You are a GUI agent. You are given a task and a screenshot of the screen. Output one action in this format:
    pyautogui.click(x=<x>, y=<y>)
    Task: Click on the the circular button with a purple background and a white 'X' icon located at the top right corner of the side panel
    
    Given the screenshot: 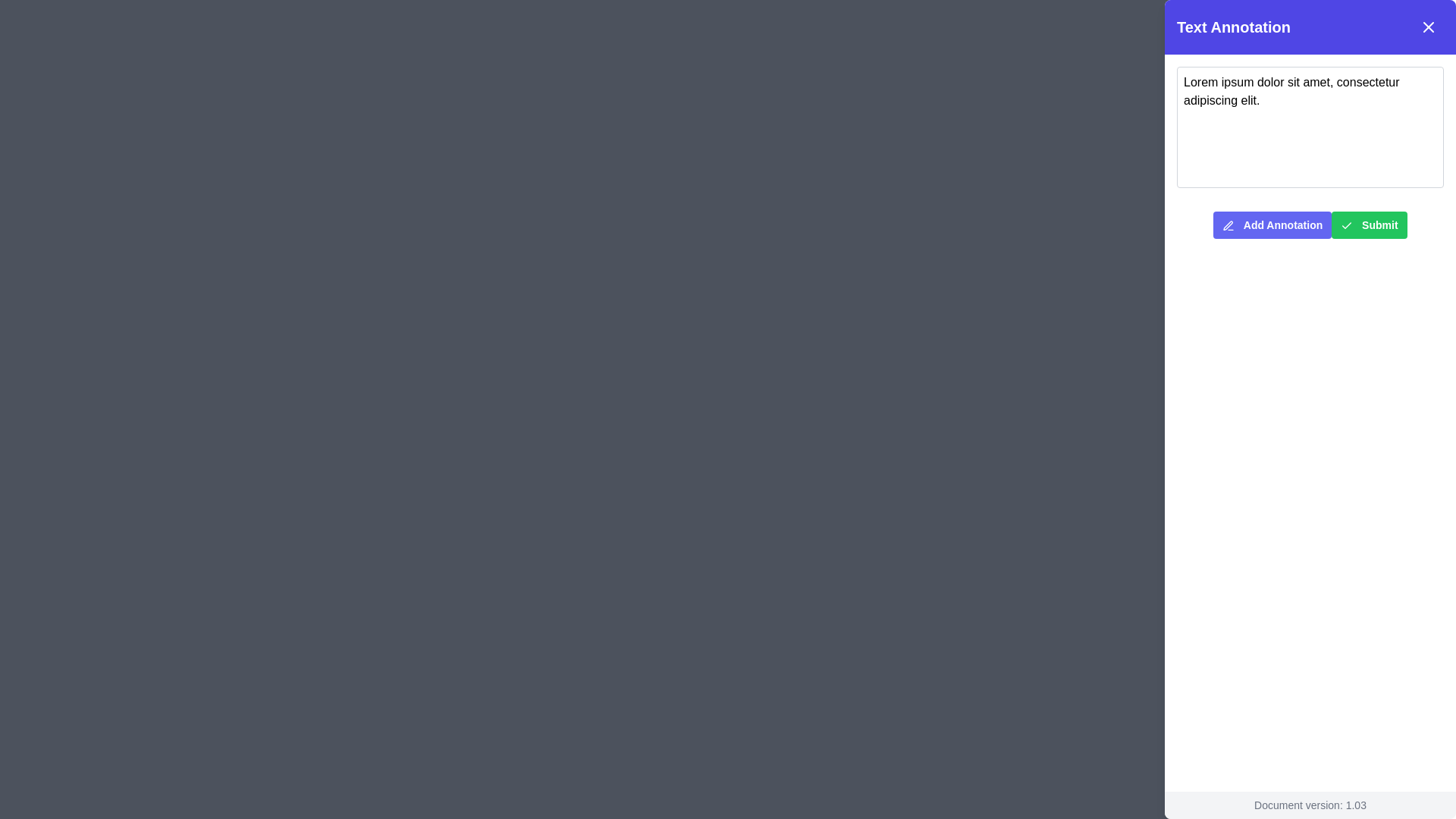 What is the action you would take?
    pyautogui.click(x=1426, y=29)
    